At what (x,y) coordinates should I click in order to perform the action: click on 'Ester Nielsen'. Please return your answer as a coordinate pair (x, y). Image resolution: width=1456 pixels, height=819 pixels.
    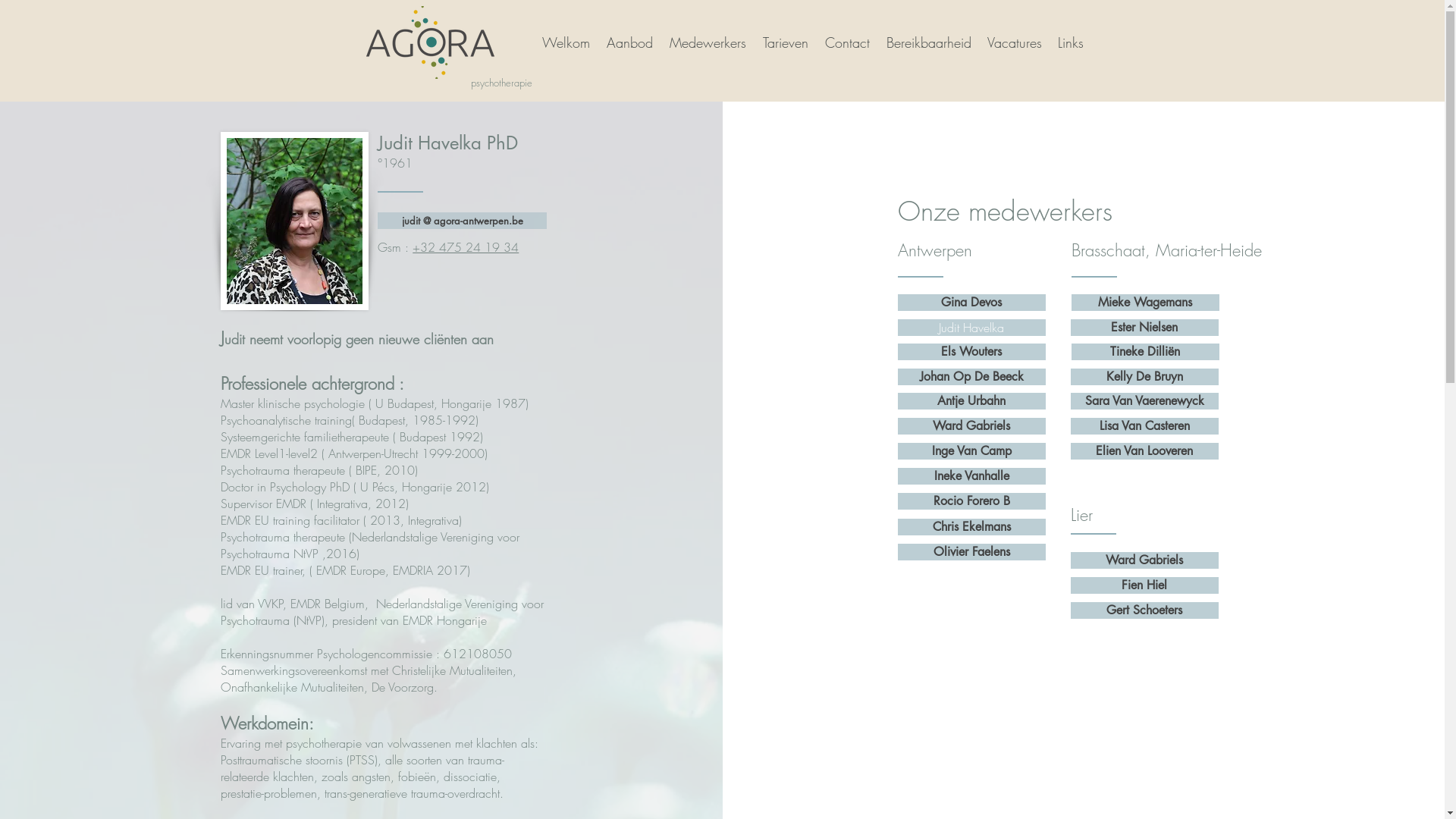
    Looking at the image, I should click on (1144, 327).